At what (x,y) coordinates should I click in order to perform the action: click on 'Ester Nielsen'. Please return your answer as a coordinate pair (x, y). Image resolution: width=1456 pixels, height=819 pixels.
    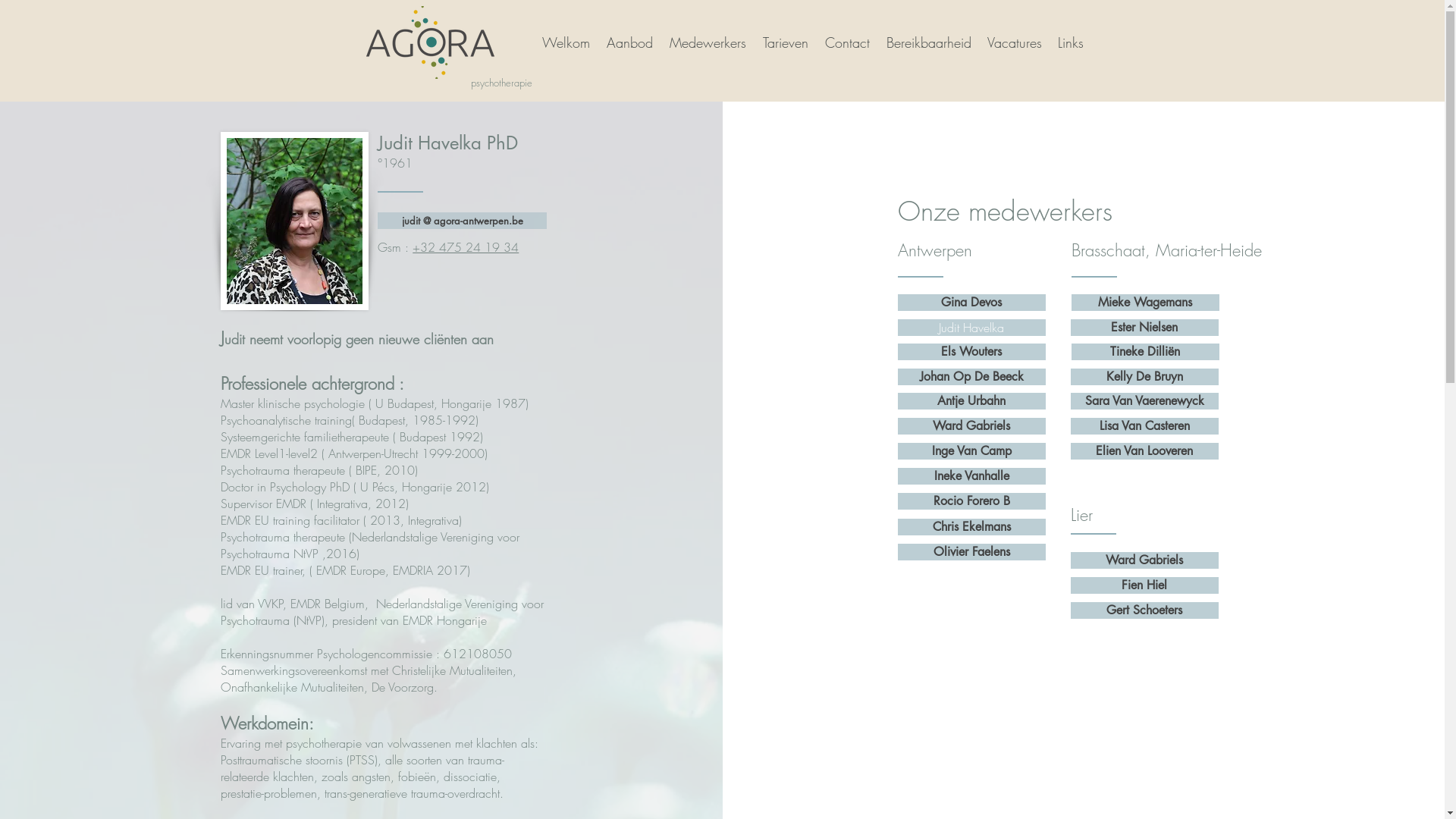
    Looking at the image, I should click on (1144, 327).